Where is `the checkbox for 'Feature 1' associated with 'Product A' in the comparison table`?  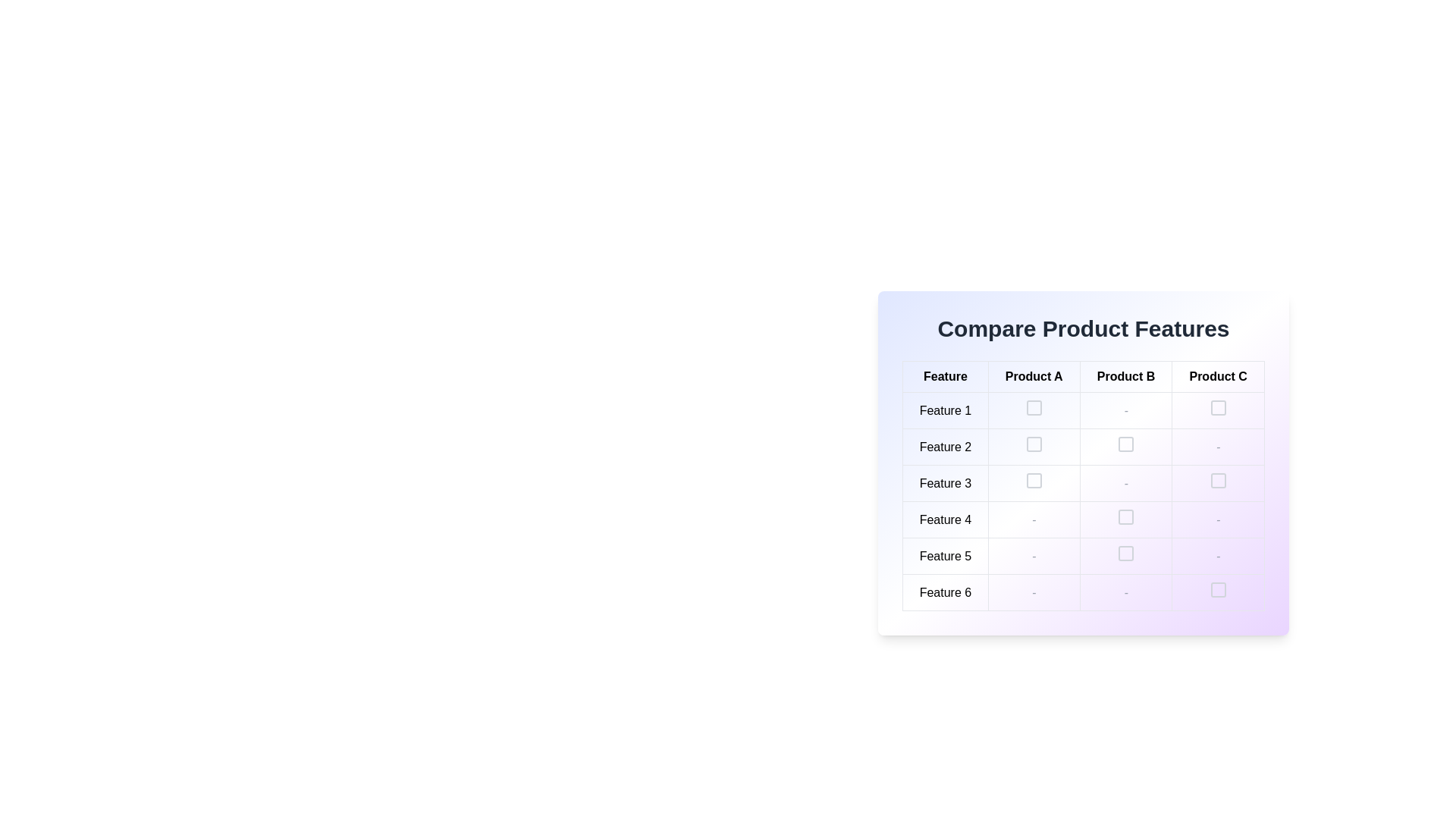 the checkbox for 'Feature 1' associated with 'Product A' in the comparison table is located at coordinates (1033, 410).